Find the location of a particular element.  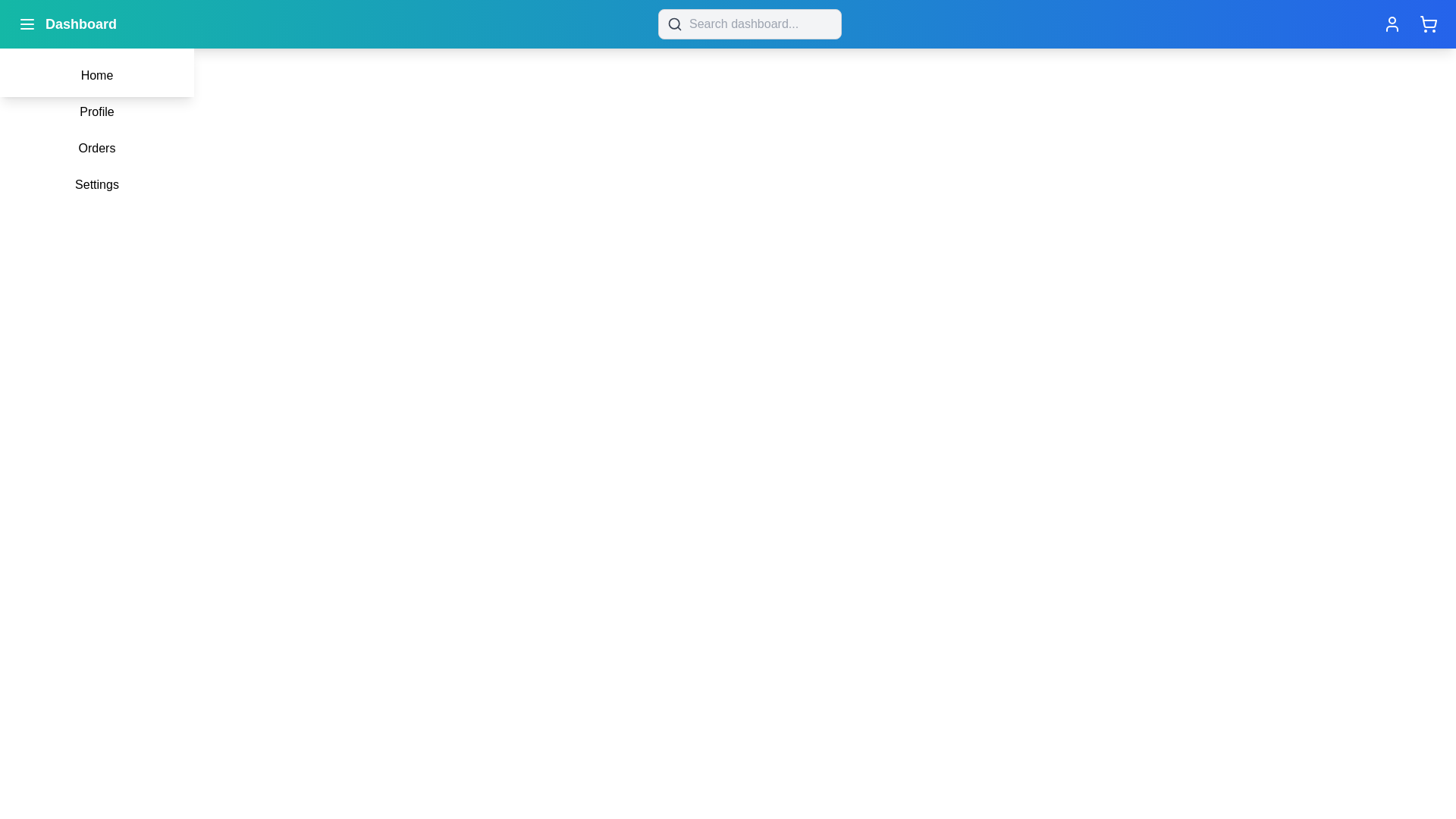

the 'Settings' menu item, which is the fourth item in a vertical menu list is located at coordinates (96, 184).